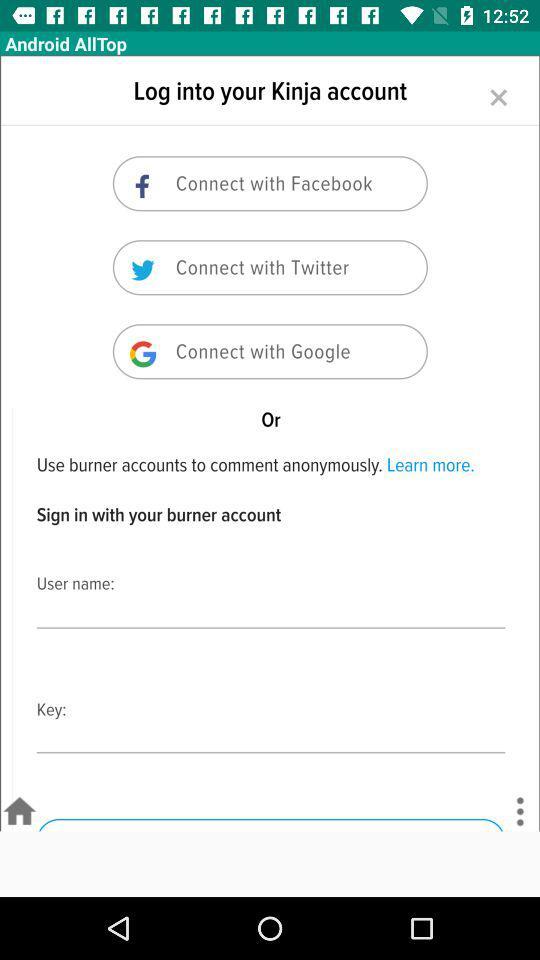 Image resolution: width=540 pixels, height=960 pixels. I want to click on home option, so click(18, 811).